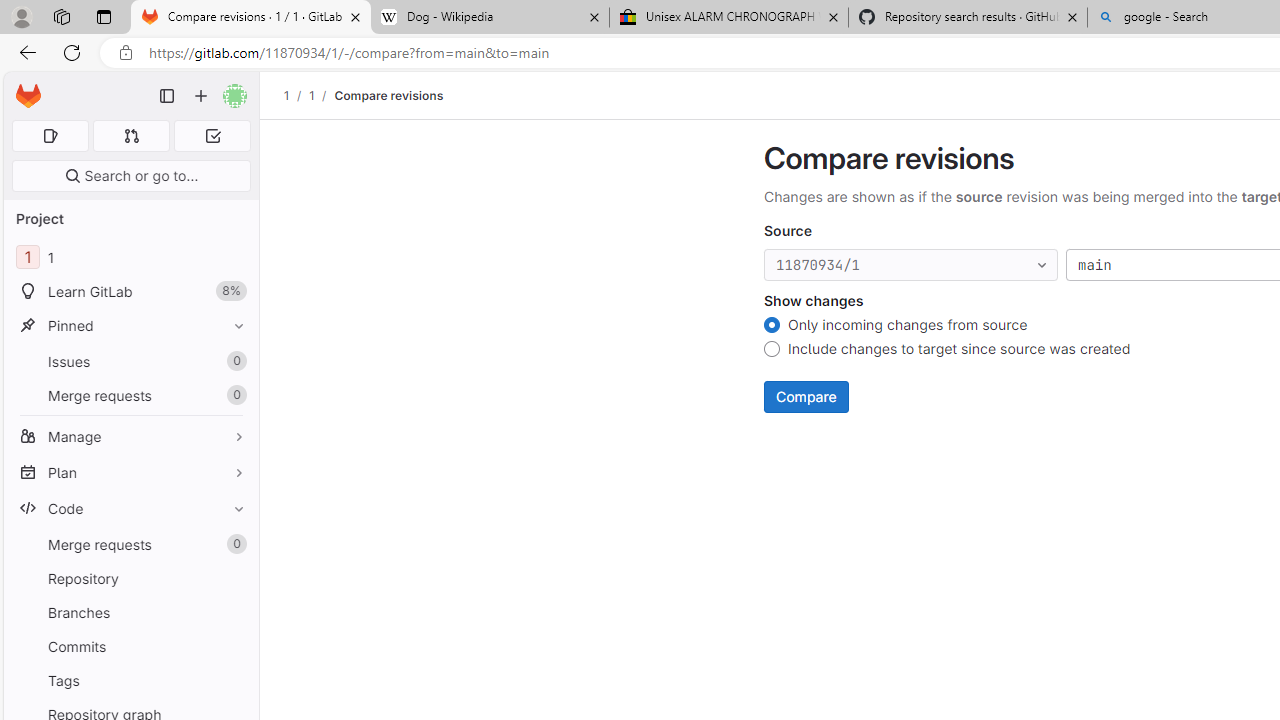  Describe the element at coordinates (130, 646) in the screenshot. I see `'Commits'` at that location.